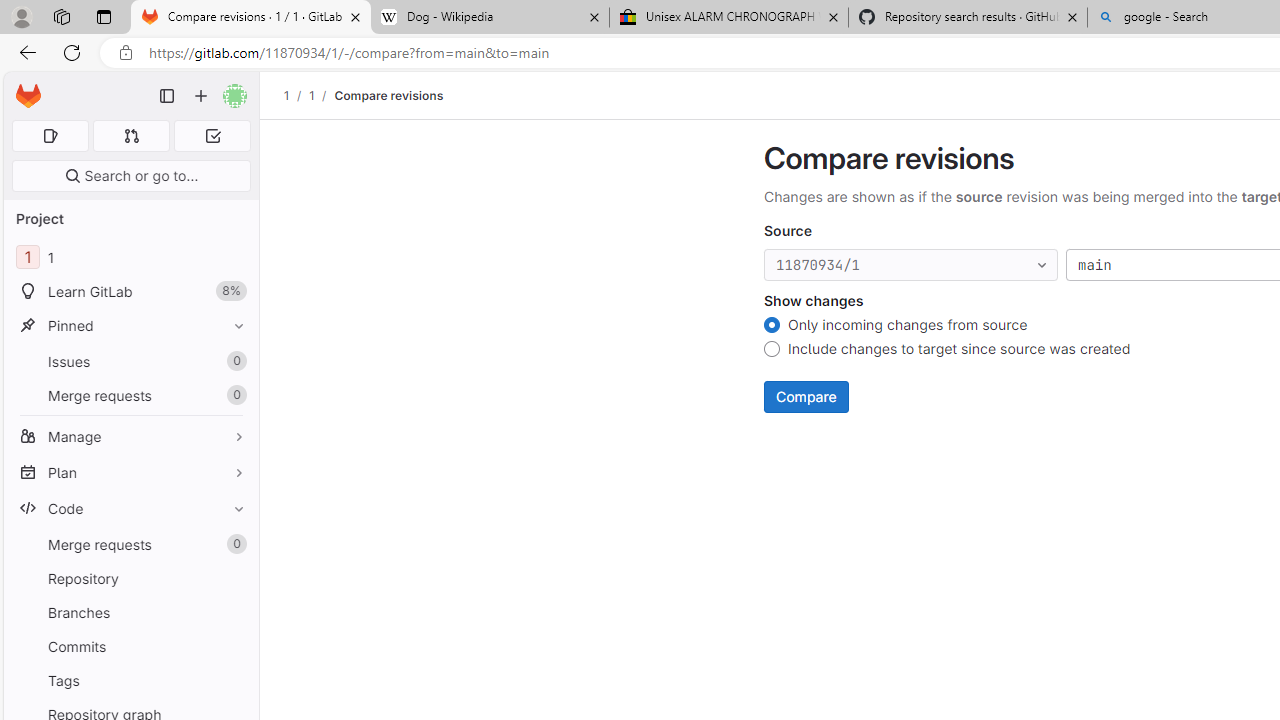  Describe the element at coordinates (130, 646) in the screenshot. I see `'Commits'` at that location.